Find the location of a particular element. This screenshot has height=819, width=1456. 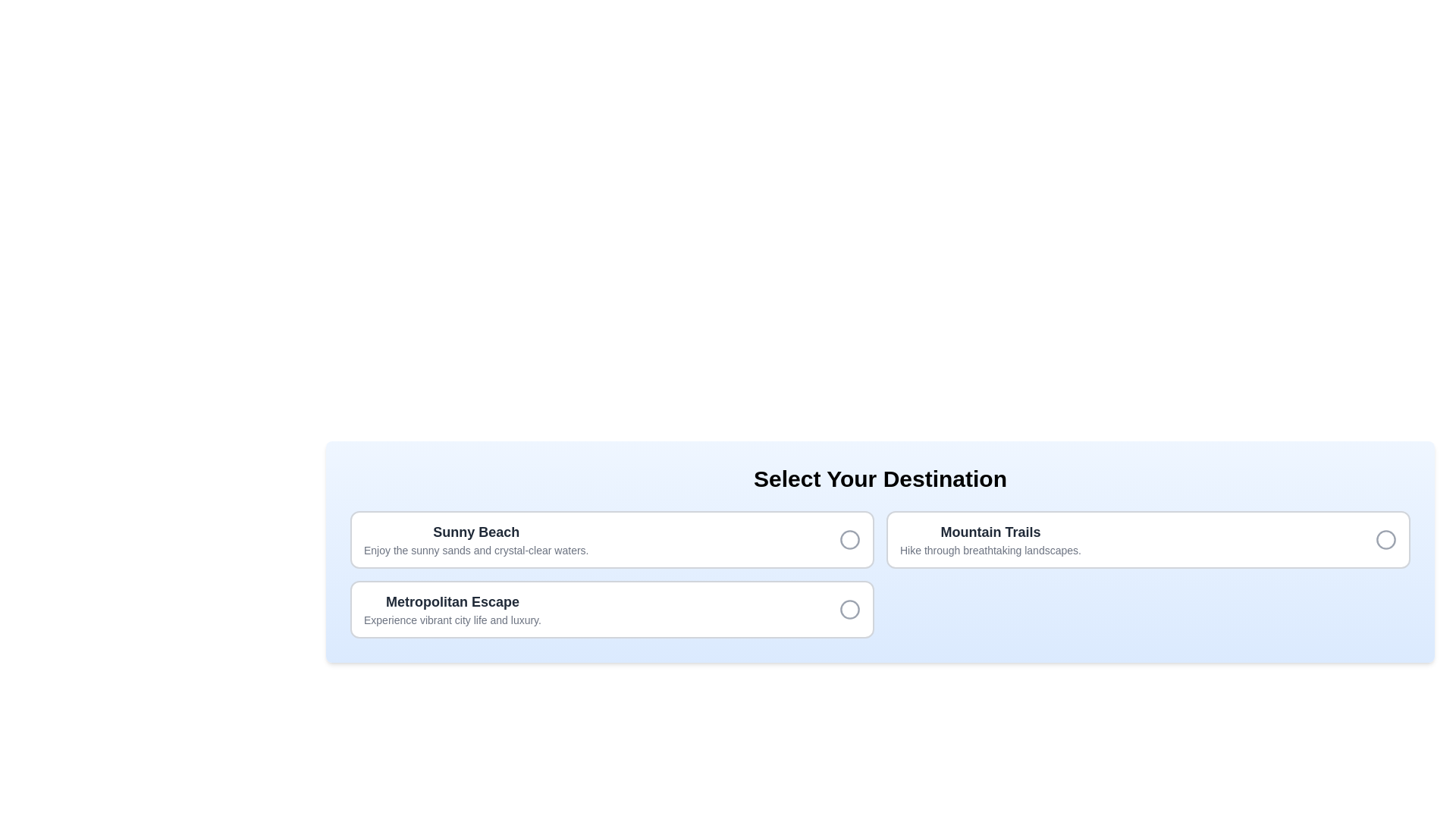

elements of the second selectable card in the grid layout, located in the top-right section, which includes a title and description along with a radio button is located at coordinates (1148, 539).